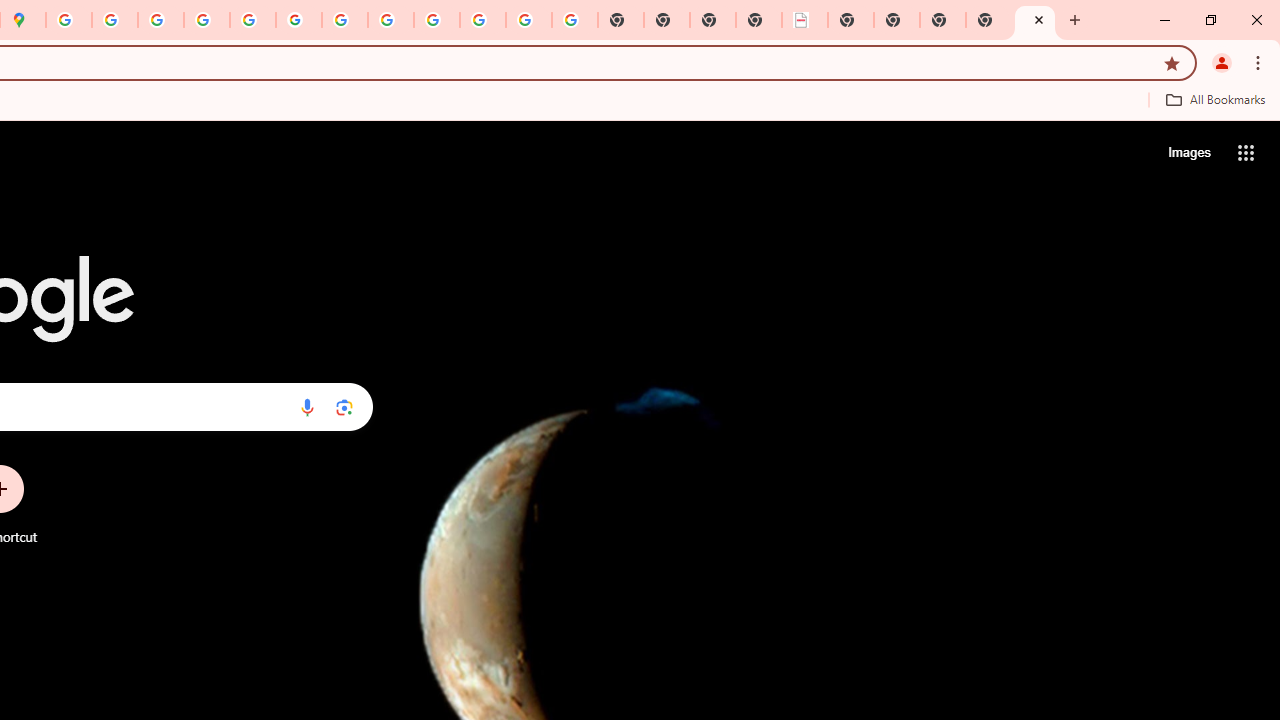 Image resolution: width=1280 pixels, height=720 pixels. Describe the element at coordinates (345, 20) in the screenshot. I see `'YouTube'` at that location.